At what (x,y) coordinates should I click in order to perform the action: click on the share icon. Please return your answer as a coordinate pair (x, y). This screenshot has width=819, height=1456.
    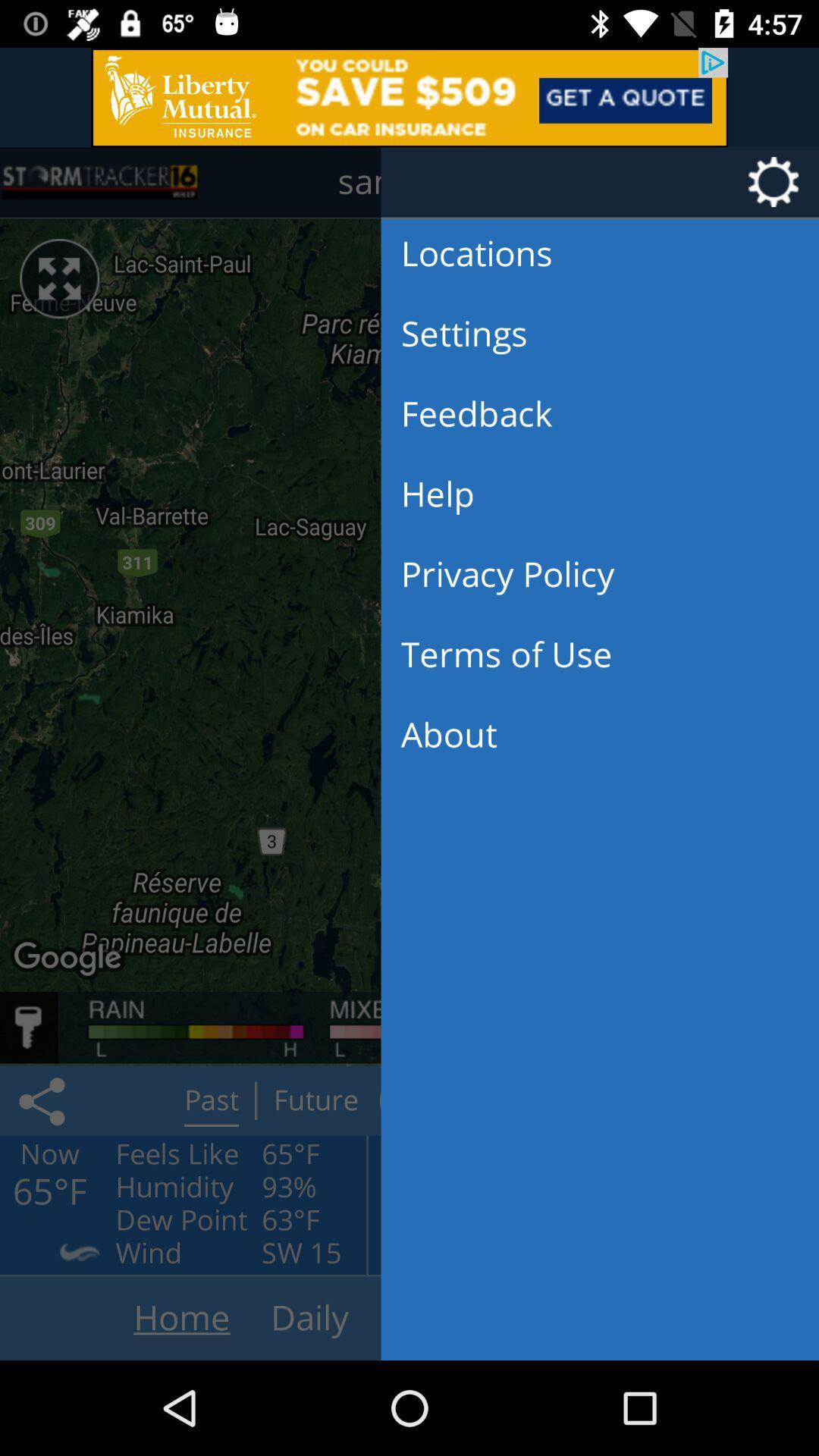
    Looking at the image, I should click on (44, 1100).